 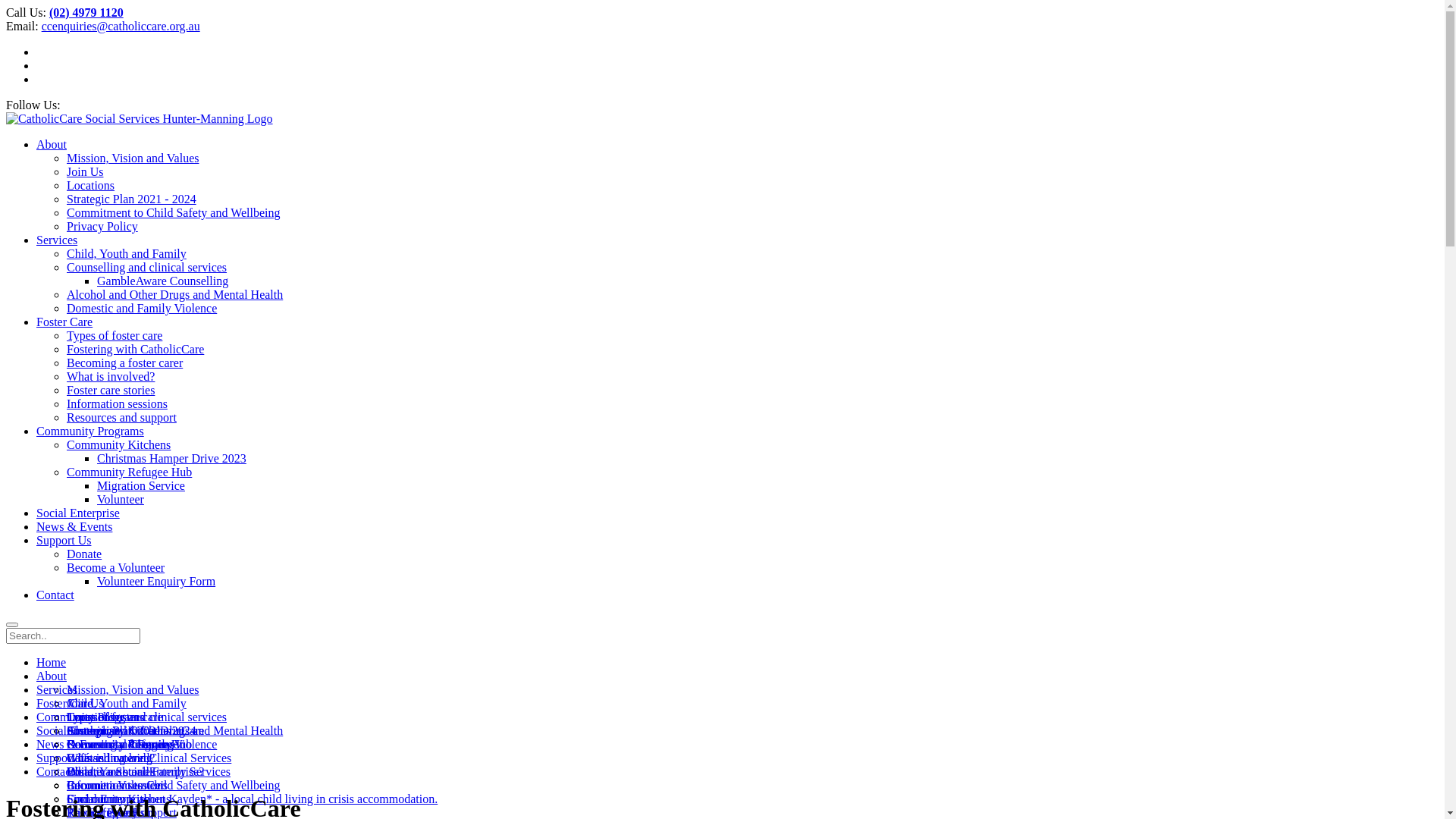 I want to click on 'Volunteer Enquiry Form', so click(x=156, y=580).